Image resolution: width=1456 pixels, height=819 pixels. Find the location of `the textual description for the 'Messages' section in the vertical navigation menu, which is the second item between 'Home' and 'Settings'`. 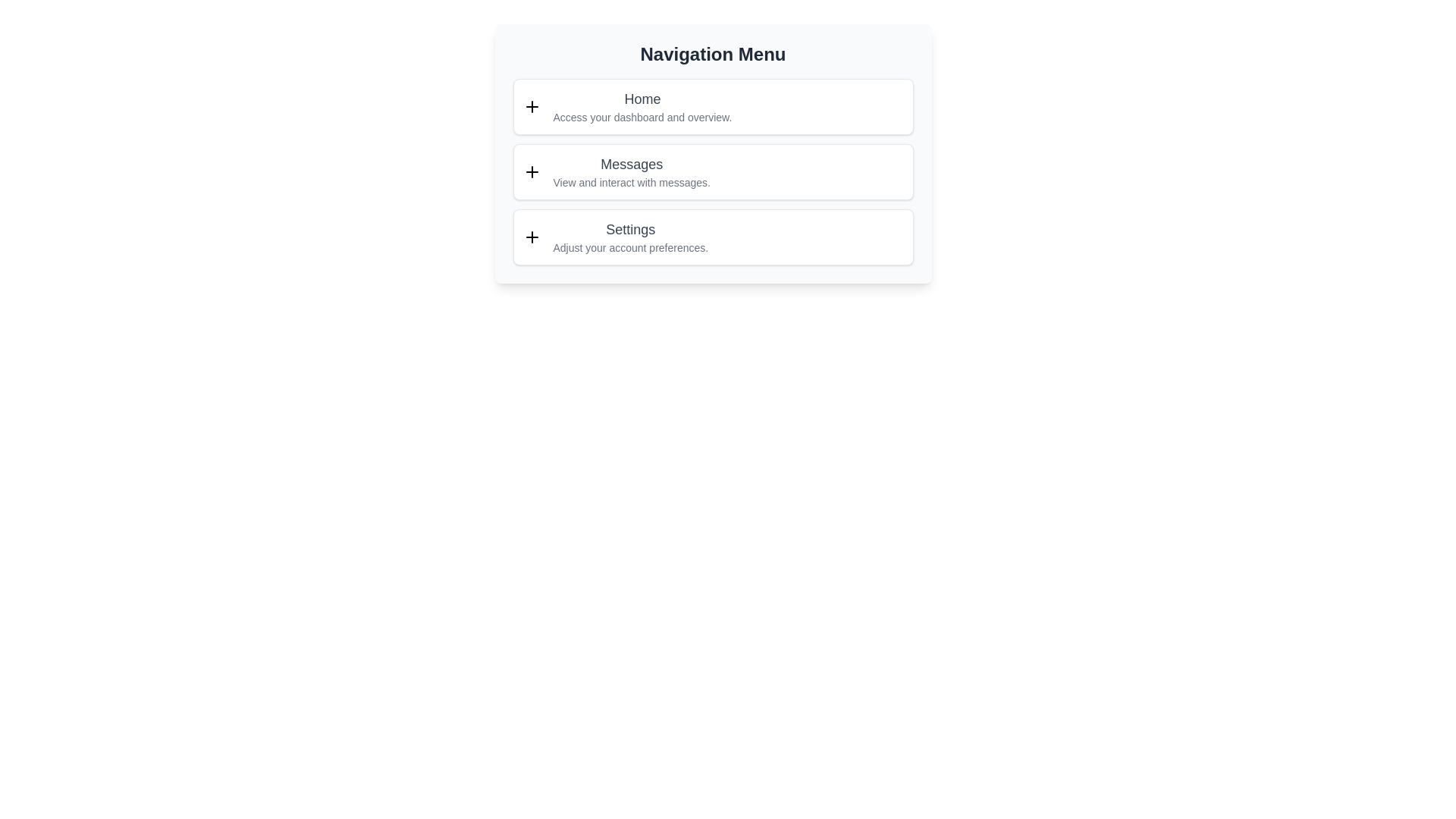

the textual description for the 'Messages' section in the vertical navigation menu, which is the second item between 'Home' and 'Settings' is located at coordinates (632, 171).